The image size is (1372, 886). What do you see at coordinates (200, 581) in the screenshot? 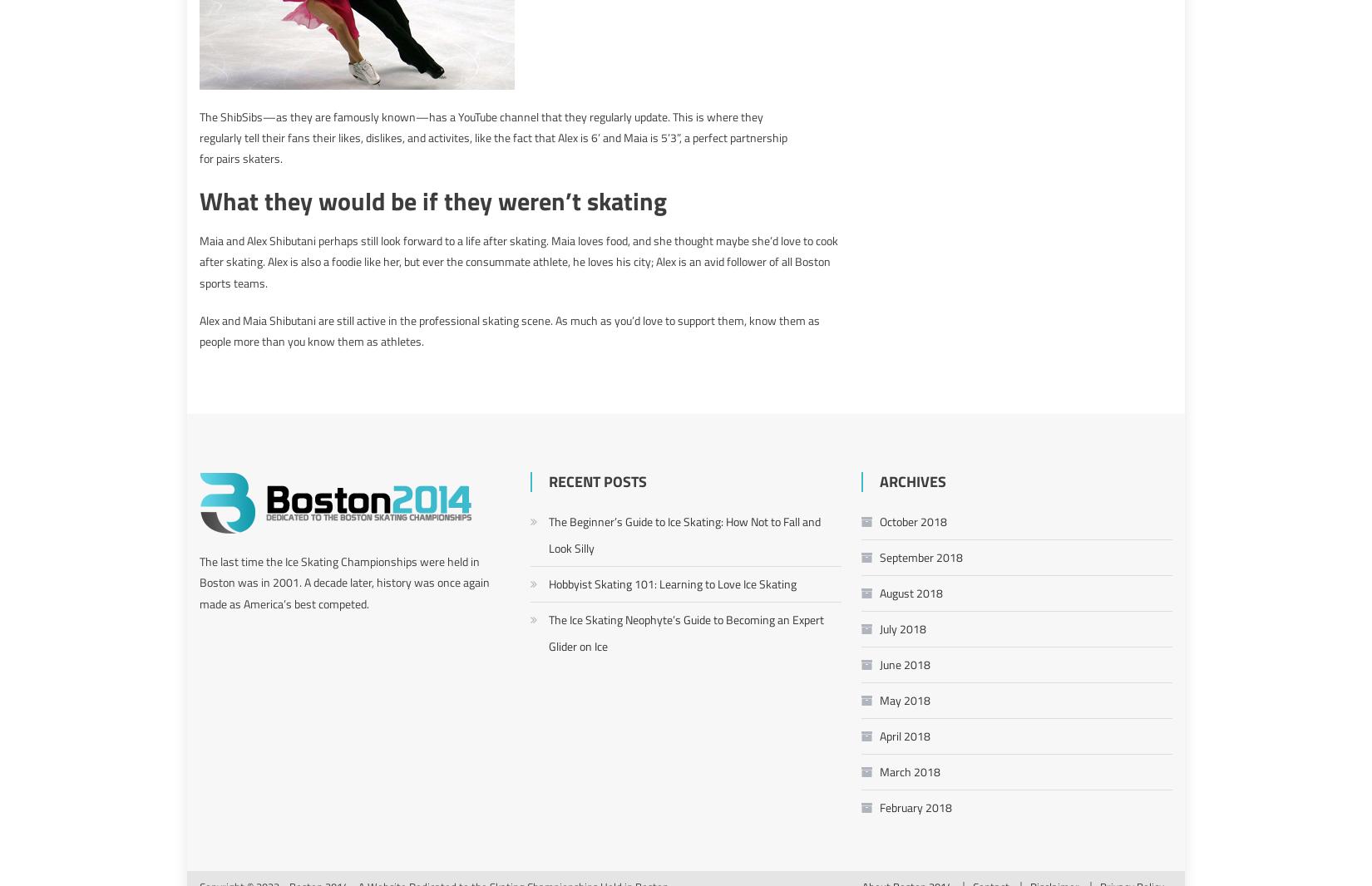
I see `'The last time the Ice Skating Championships were held in Boston was in 2001. A decade later, history was once again made as America’s best competed.'` at bounding box center [200, 581].